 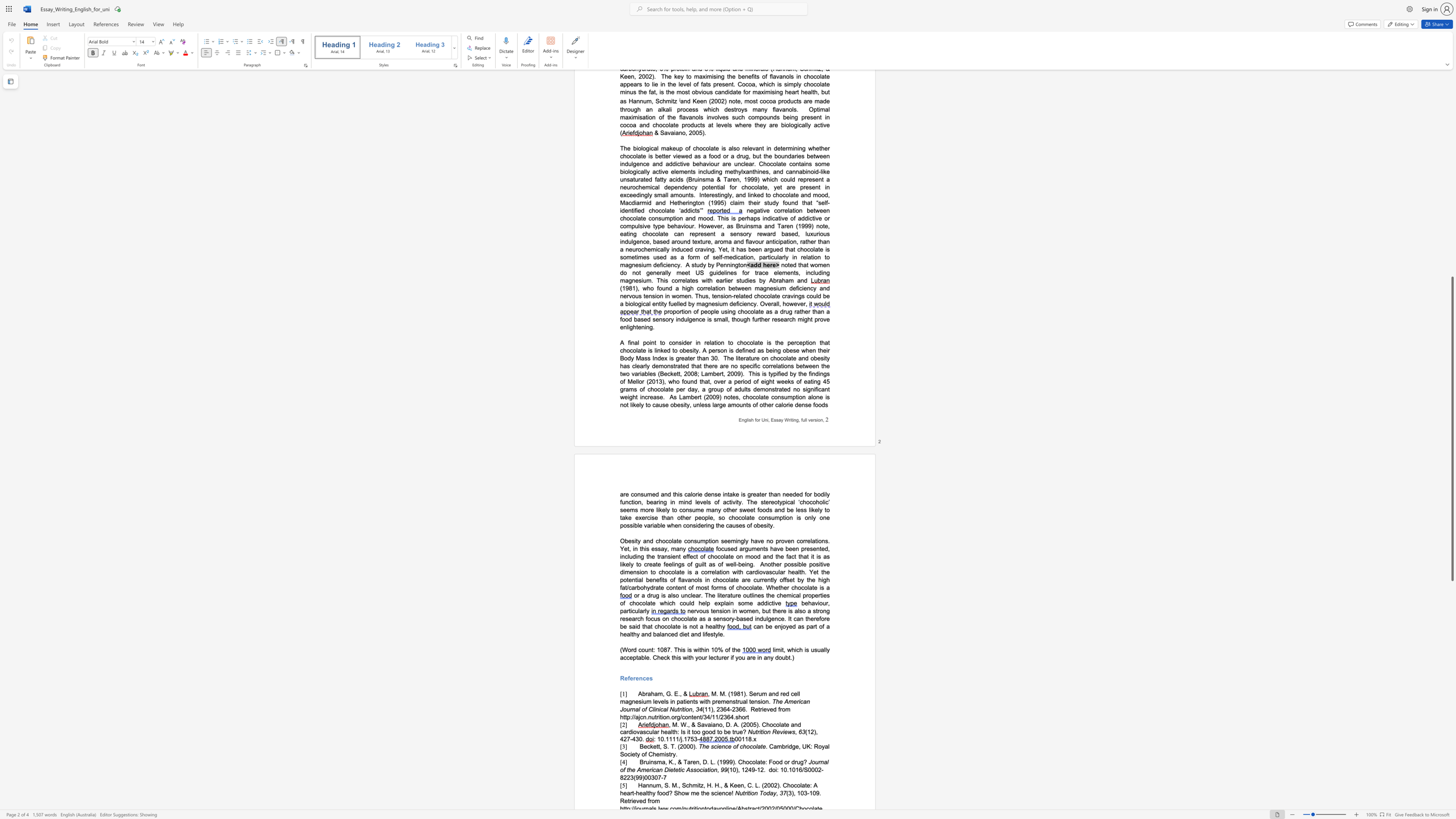 I want to click on the scrollbar on the right to shift the page higher, so click(x=1451, y=162).